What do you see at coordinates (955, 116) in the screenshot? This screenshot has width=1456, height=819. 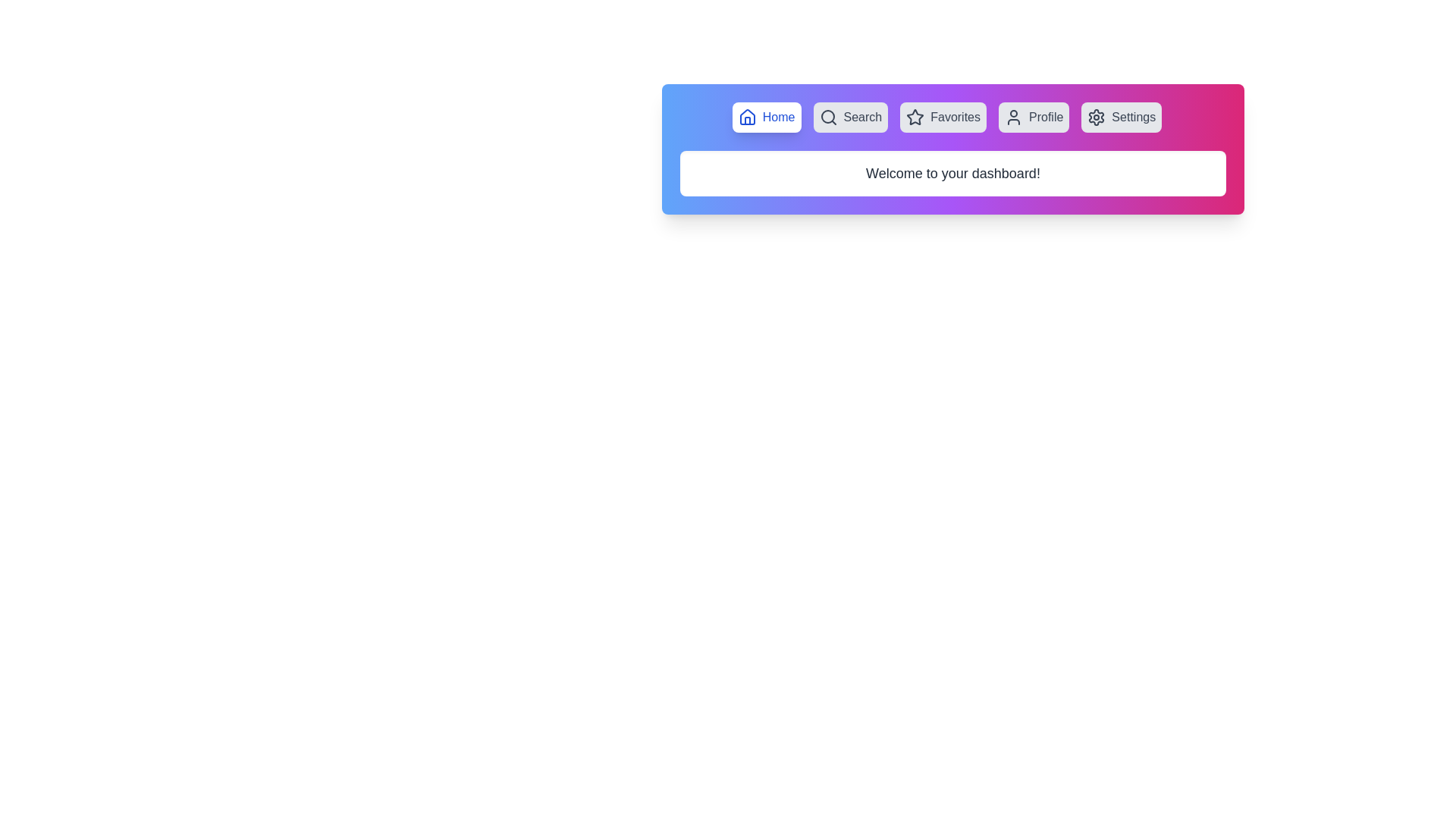 I see `the 'Favorites' text label located in the navigation bar for tooltips` at bounding box center [955, 116].